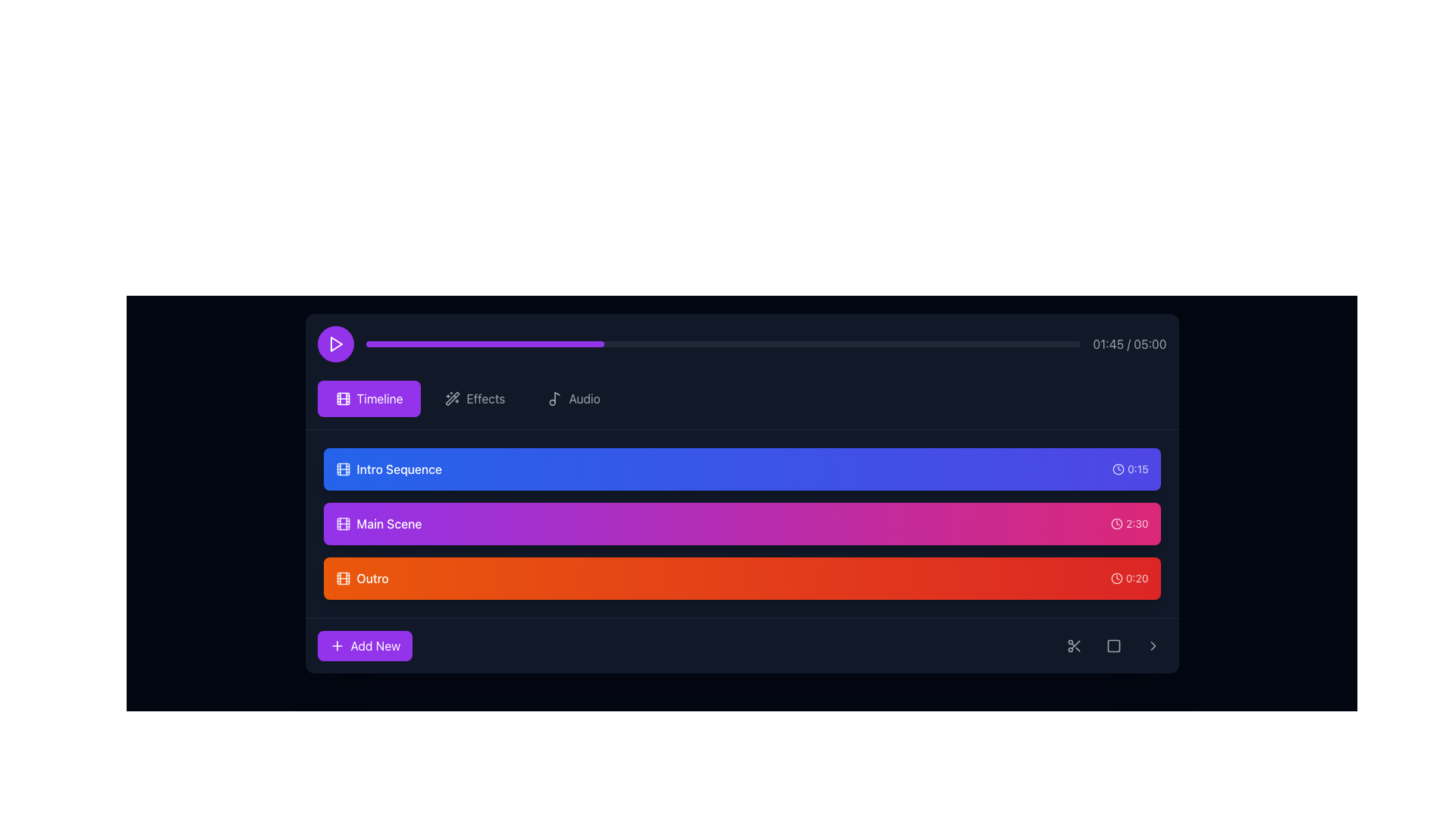  Describe the element at coordinates (485, 397) in the screenshot. I see `the 'Effects' menu option located in the upper middle part of the interface, adjacent to the magic wand icon and the 'Audio' label` at that location.